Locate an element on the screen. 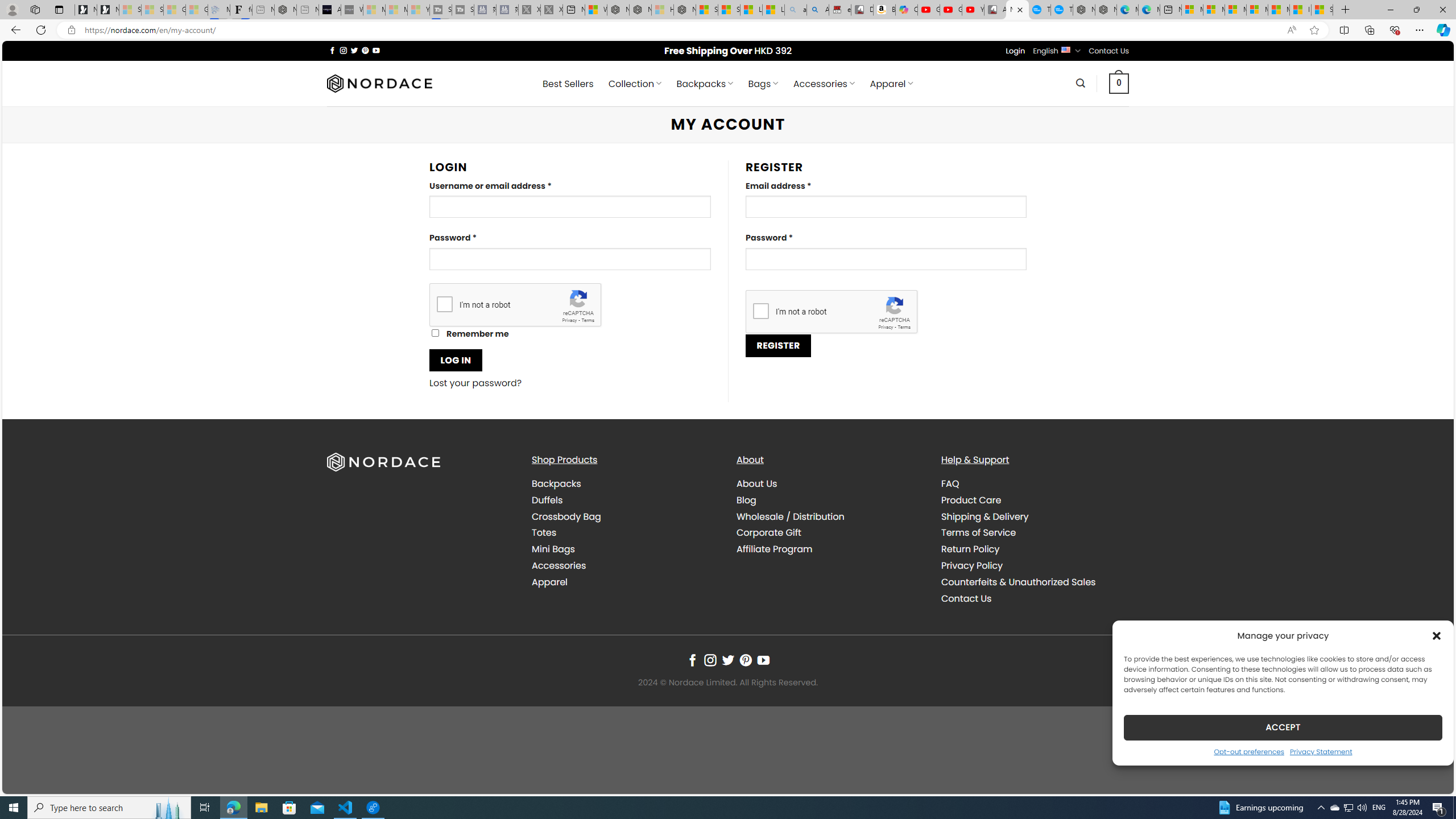  'Counterfeits & Unauthorized Sales' is located at coordinates (1034, 581).